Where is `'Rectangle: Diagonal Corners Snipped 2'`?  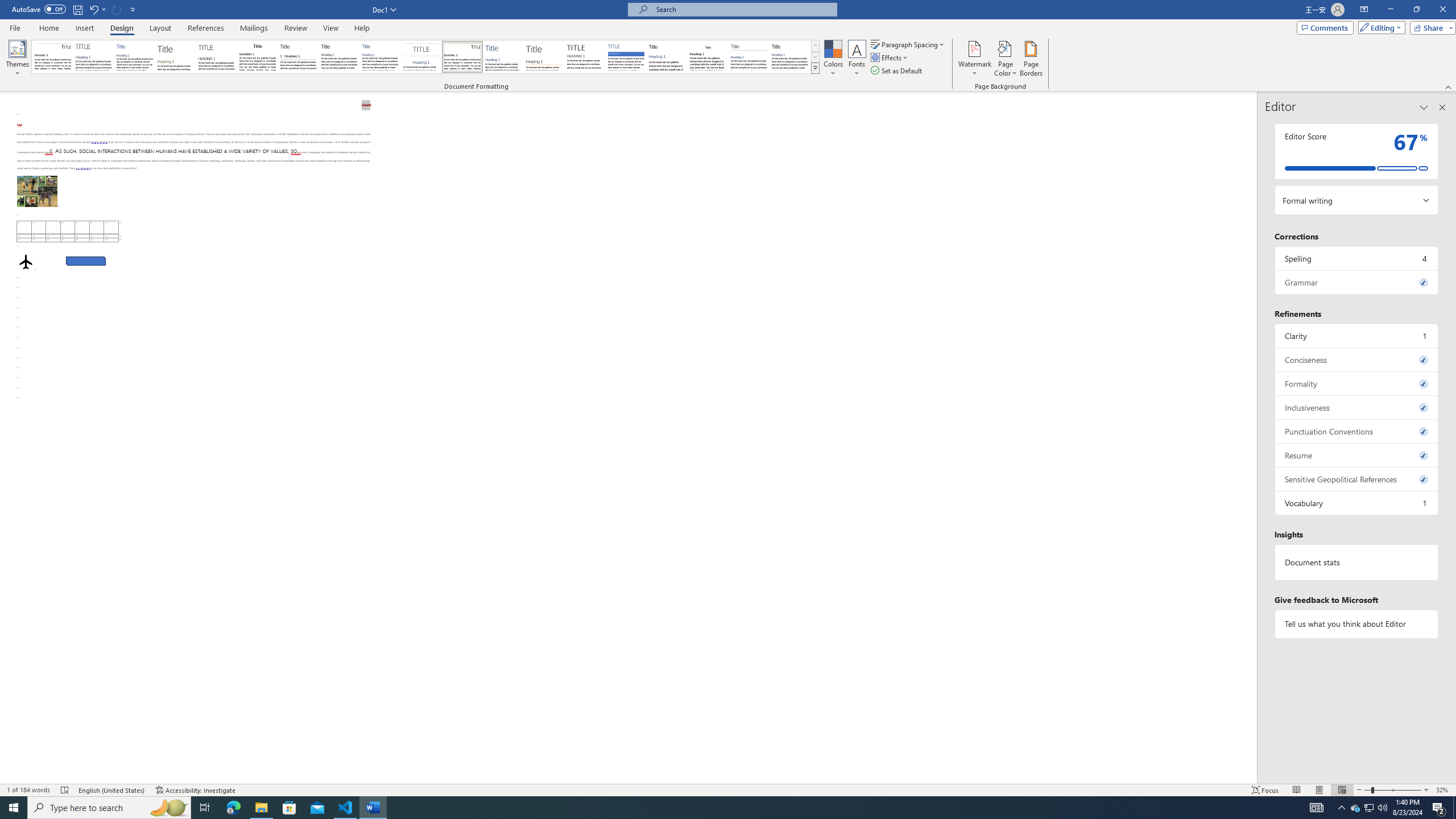 'Rectangle: Diagonal Corners Snipped 2' is located at coordinates (85, 260).